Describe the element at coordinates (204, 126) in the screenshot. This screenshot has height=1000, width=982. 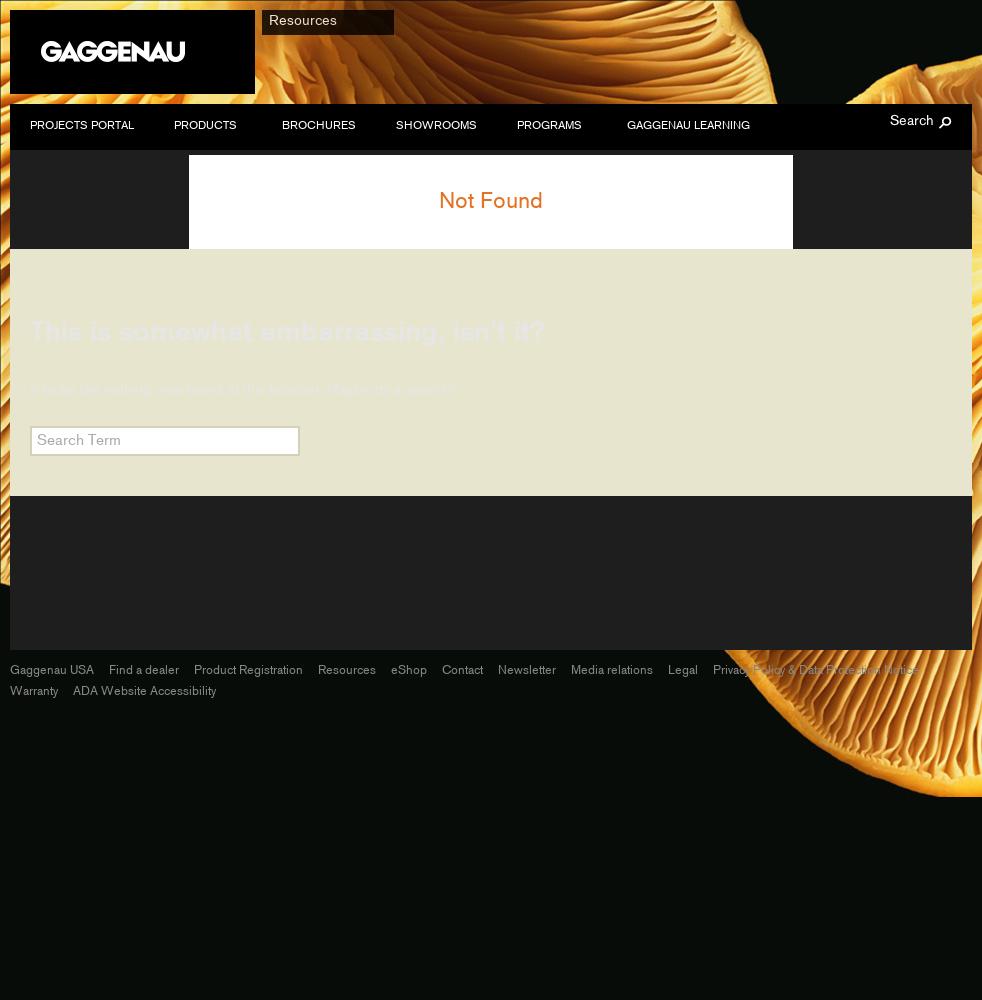
I see `'Products'` at that location.